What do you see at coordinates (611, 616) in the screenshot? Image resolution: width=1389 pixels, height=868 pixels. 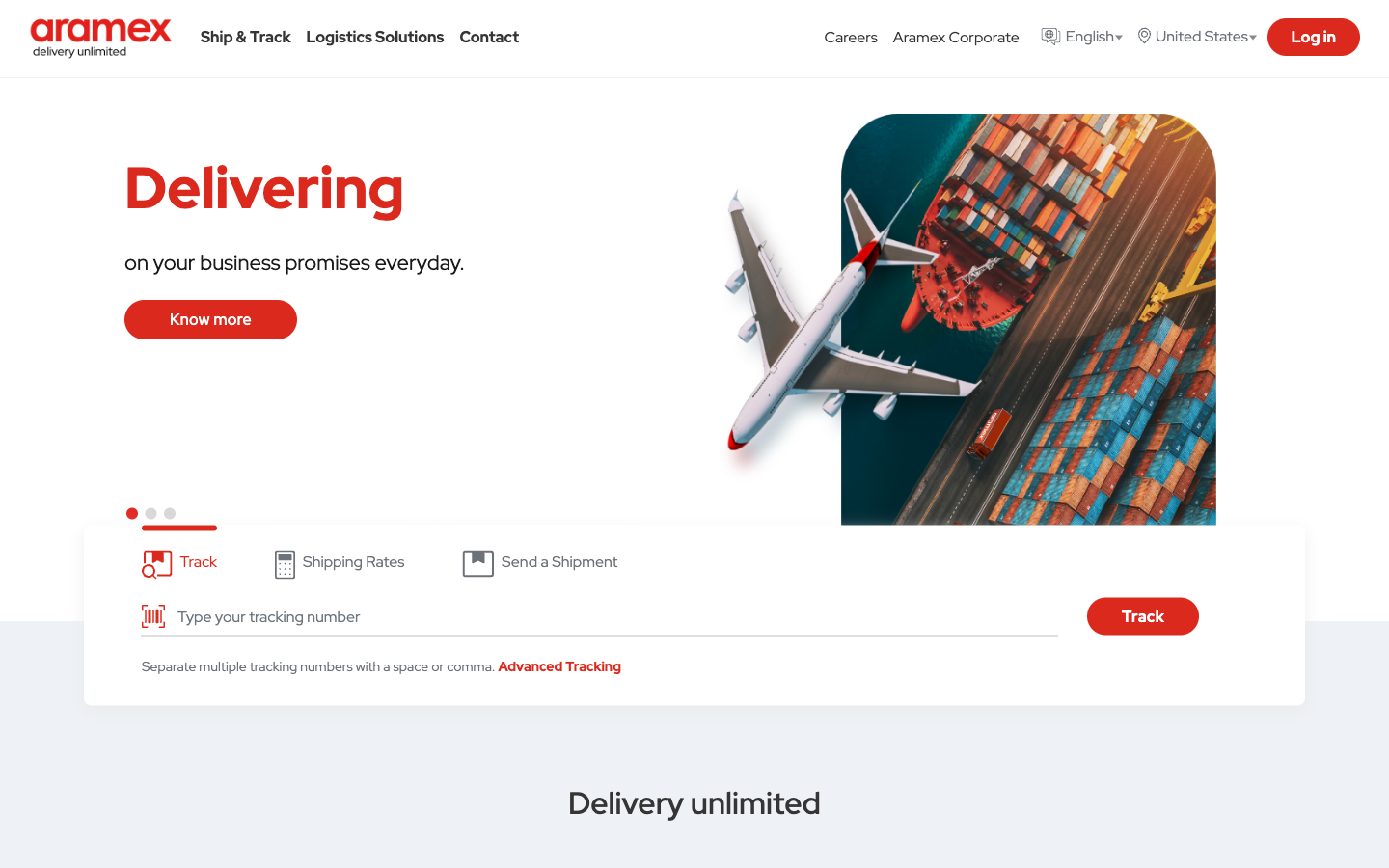 I see `Input the tracking id 123456 in the search bar to find the shipment details` at bounding box center [611, 616].